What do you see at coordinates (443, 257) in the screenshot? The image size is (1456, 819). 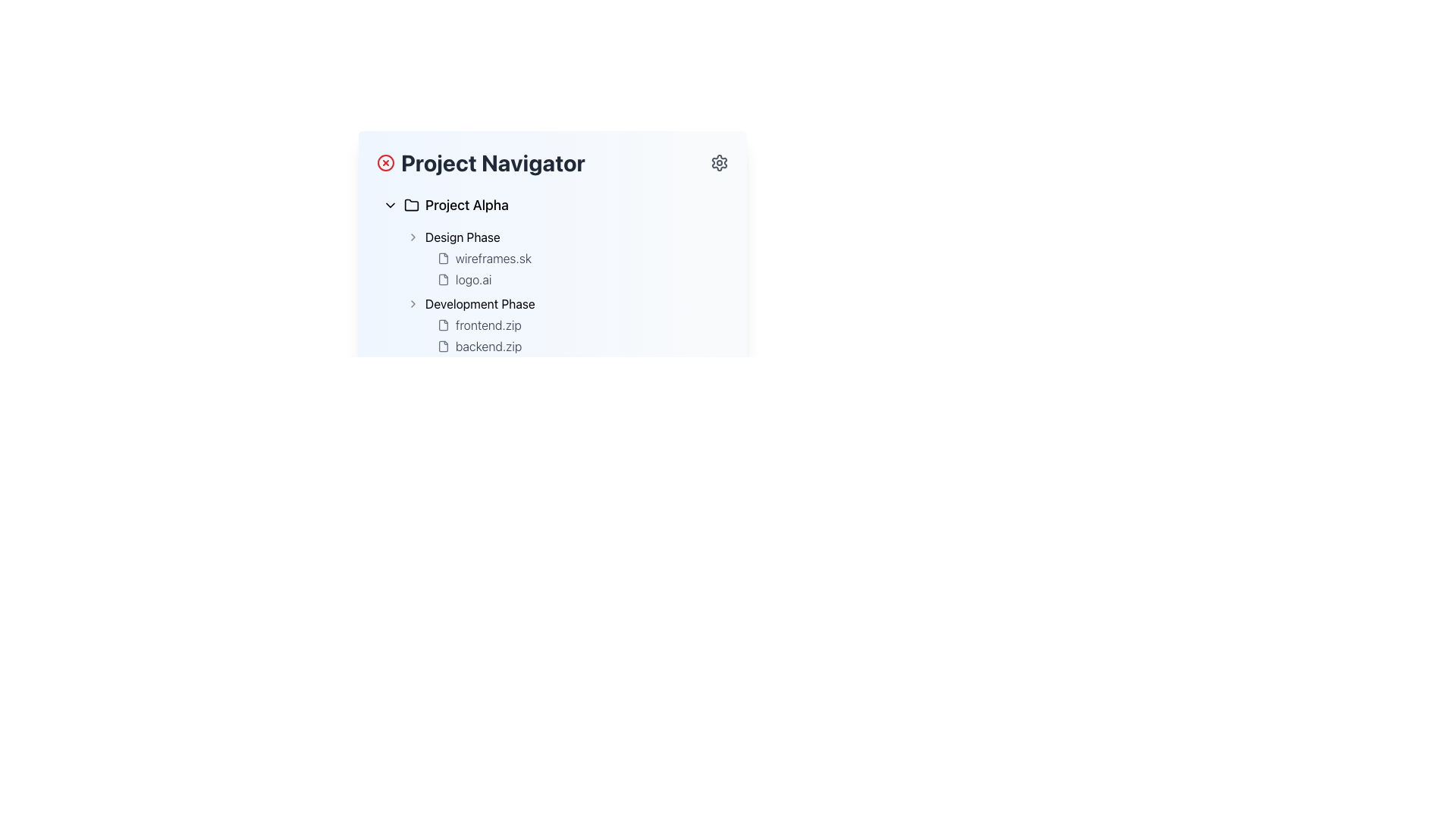 I see `the file icon representing 'wireframes.sk' located in the 'Design Phase' section of the Project Navigator` at bounding box center [443, 257].